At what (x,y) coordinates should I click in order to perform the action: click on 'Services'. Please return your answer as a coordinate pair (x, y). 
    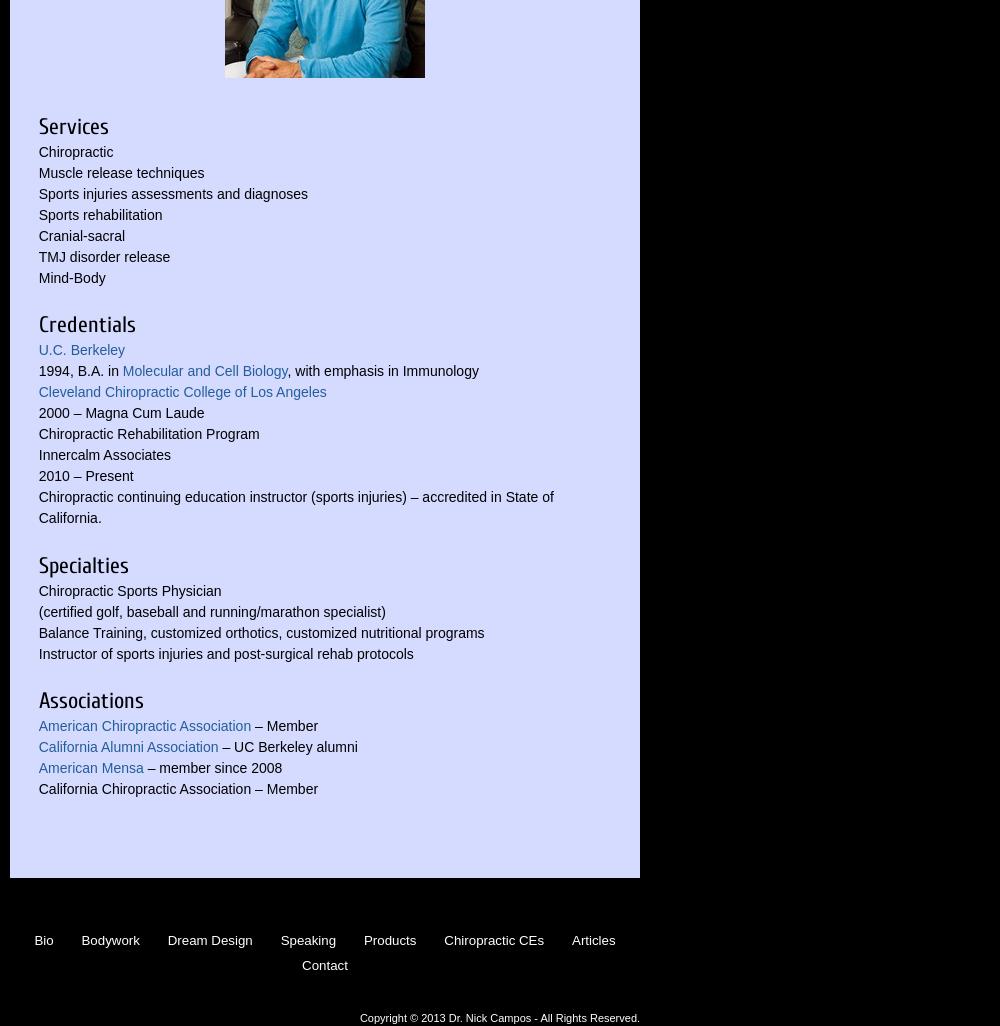
    Looking at the image, I should click on (72, 125).